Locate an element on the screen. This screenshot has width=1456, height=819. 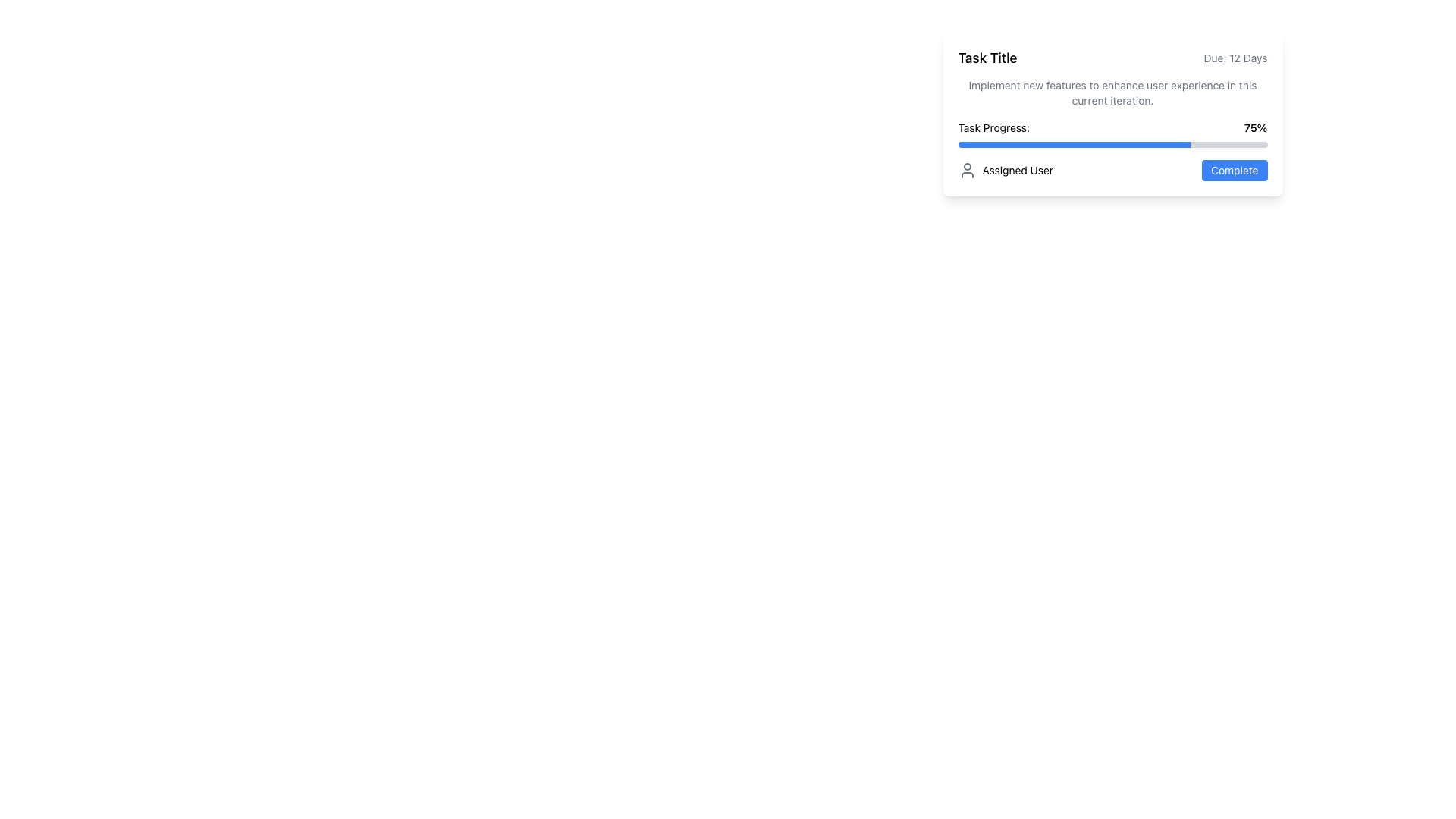
the text label displaying 'Task Progress:' which is aligned with the '75%' progress indicator to its right is located at coordinates (993, 127).